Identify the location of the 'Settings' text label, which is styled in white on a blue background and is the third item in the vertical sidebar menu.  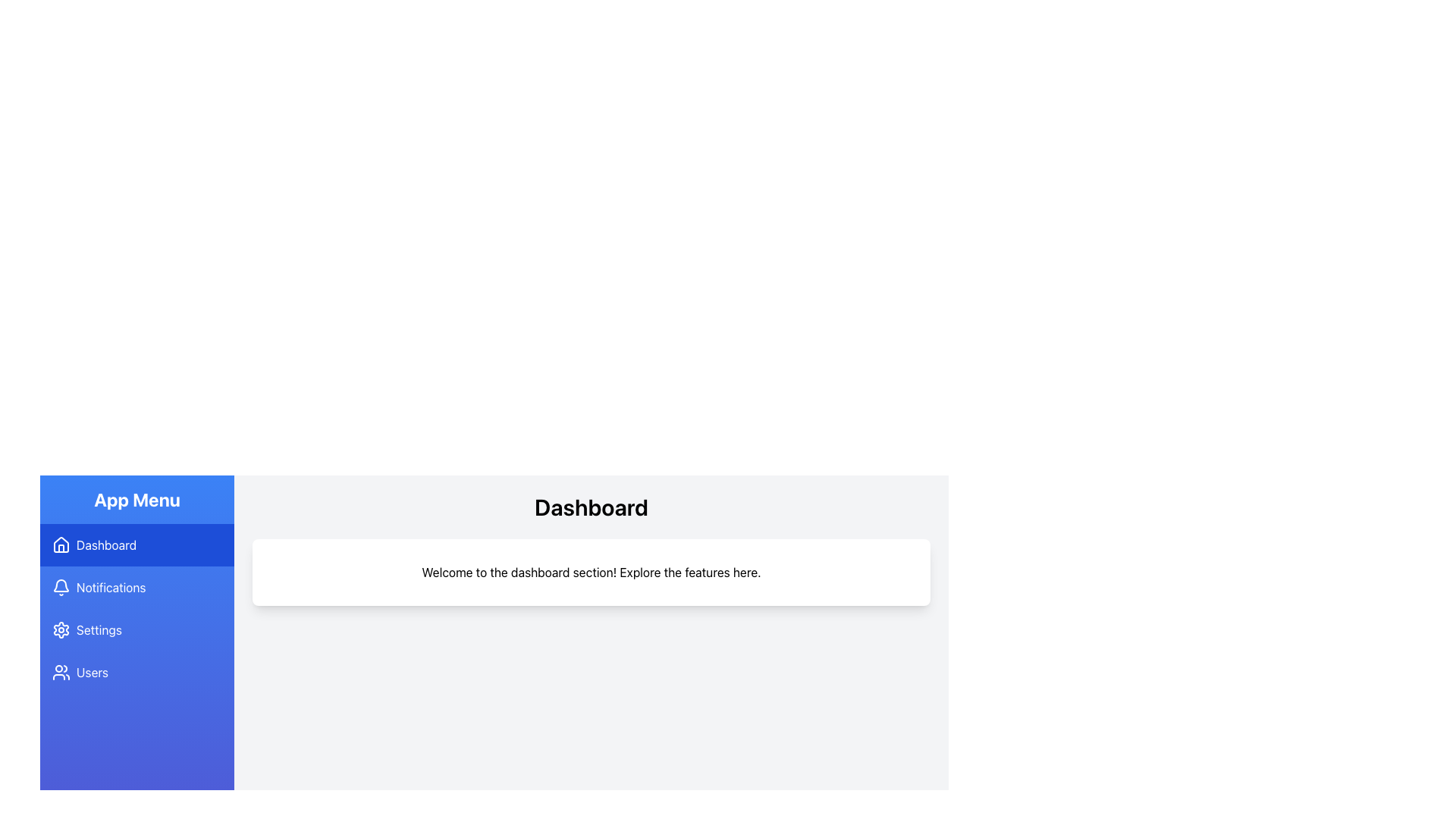
(98, 629).